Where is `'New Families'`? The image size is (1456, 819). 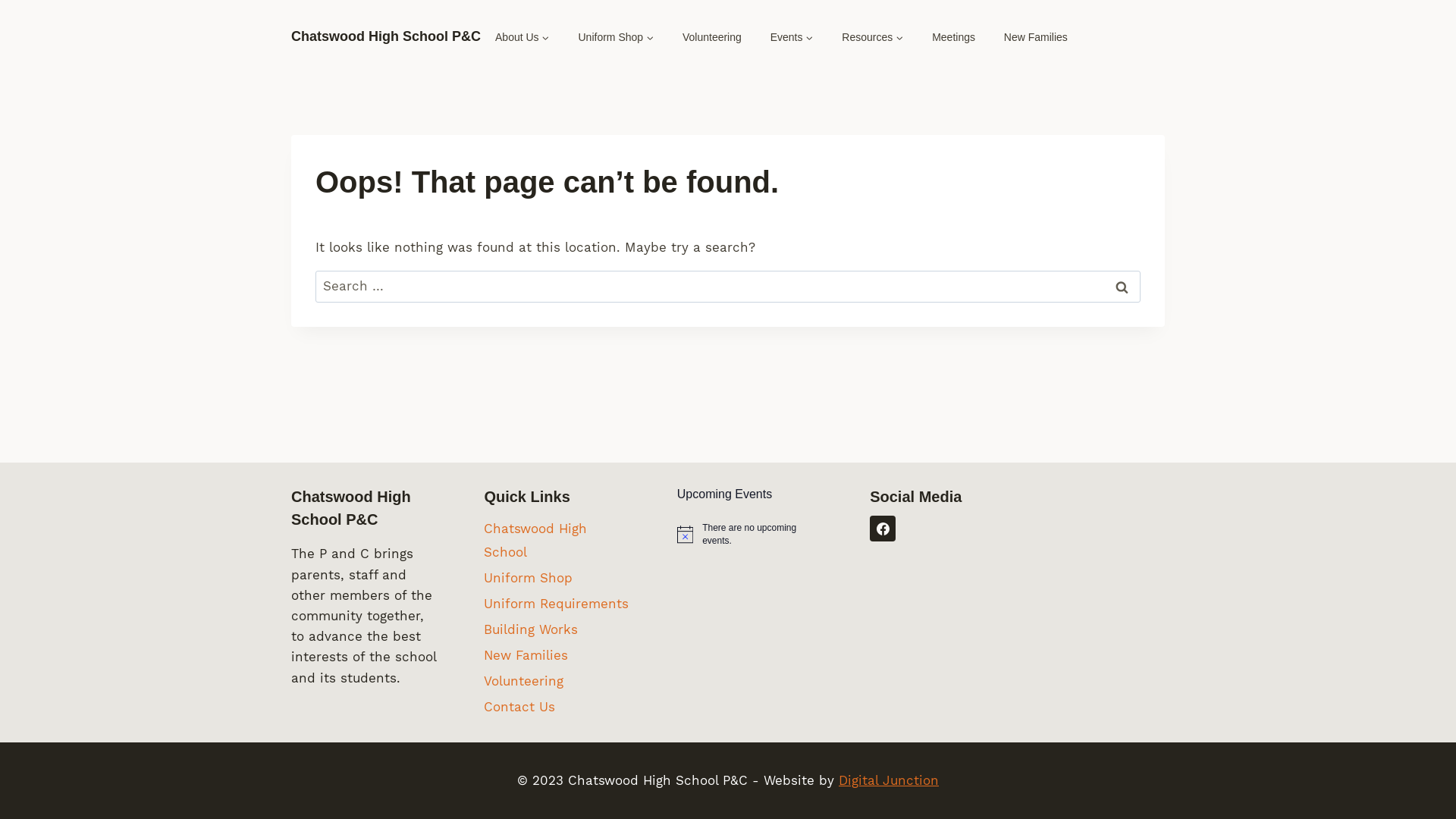
'New Families' is located at coordinates (556, 654).